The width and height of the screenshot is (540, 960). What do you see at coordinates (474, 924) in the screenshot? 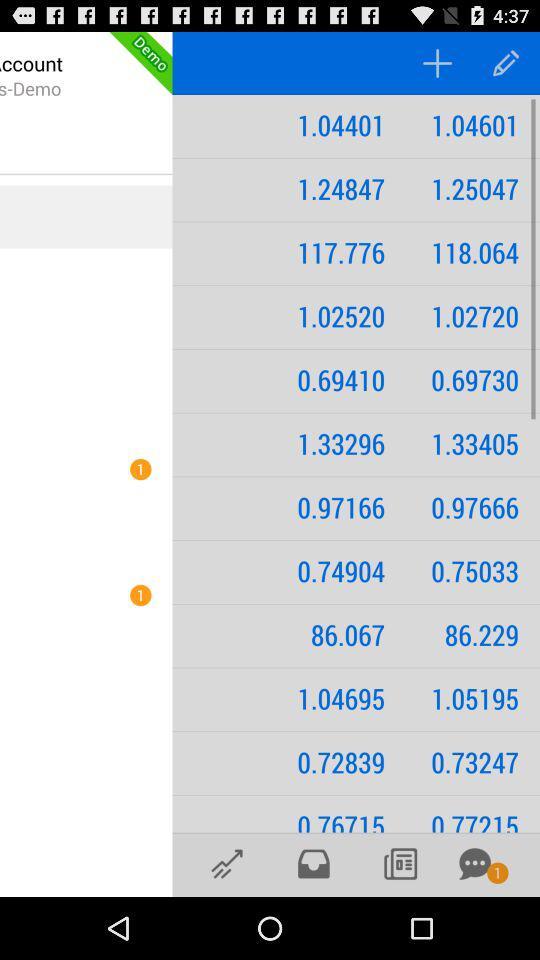
I see `the chat icon` at bounding box center [474, 924].